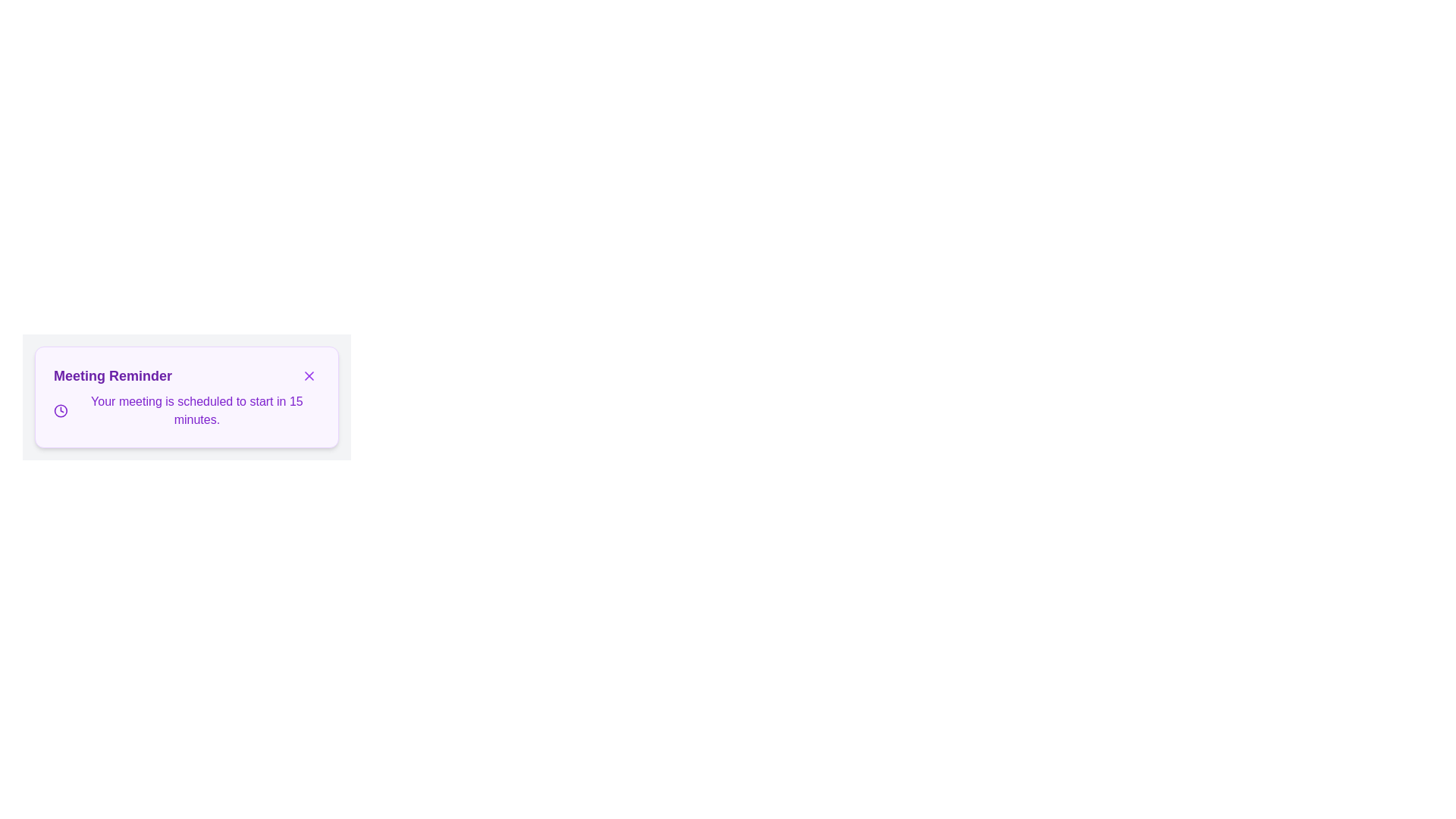 The width and height of the screenshot is (1456, 819). Describe the element at coordinates (309, 375) in the screenshot. I see `the close button to dismiss the notification` at that location.